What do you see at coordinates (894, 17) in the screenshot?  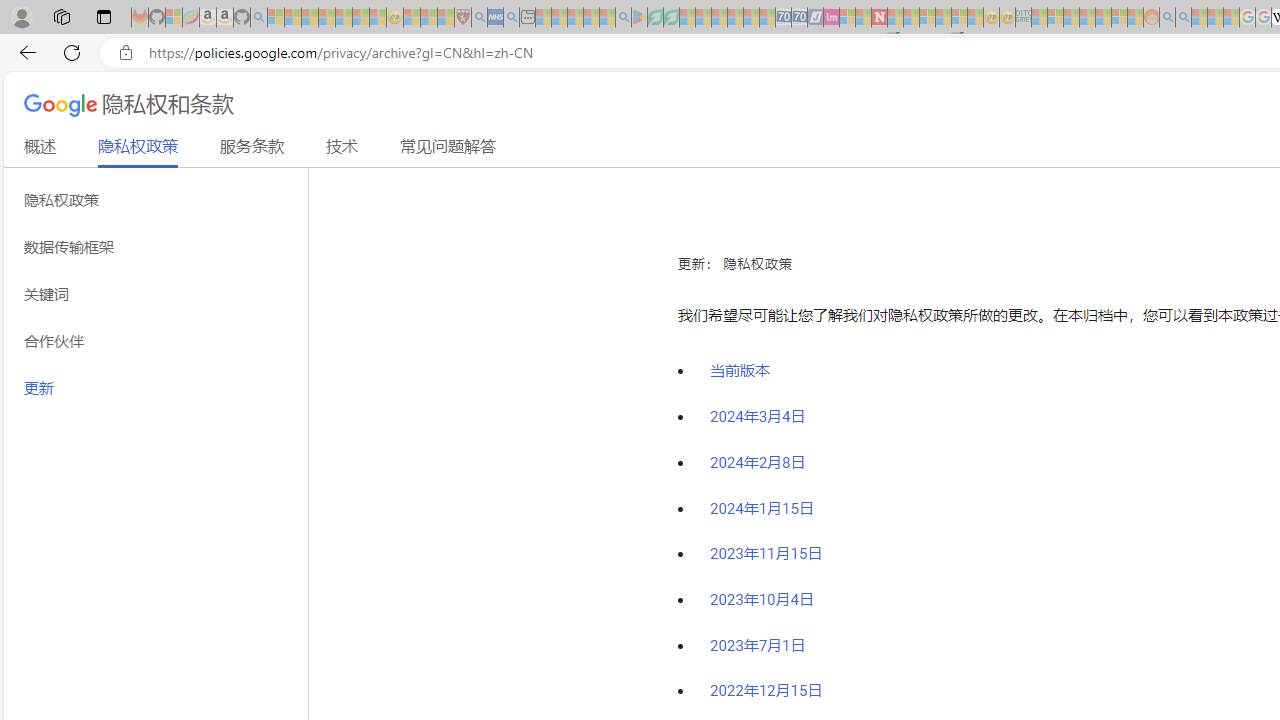 I see `'Trusted Community Engagement and Contributions | Guidelines'` at bounding box center [894, 17].